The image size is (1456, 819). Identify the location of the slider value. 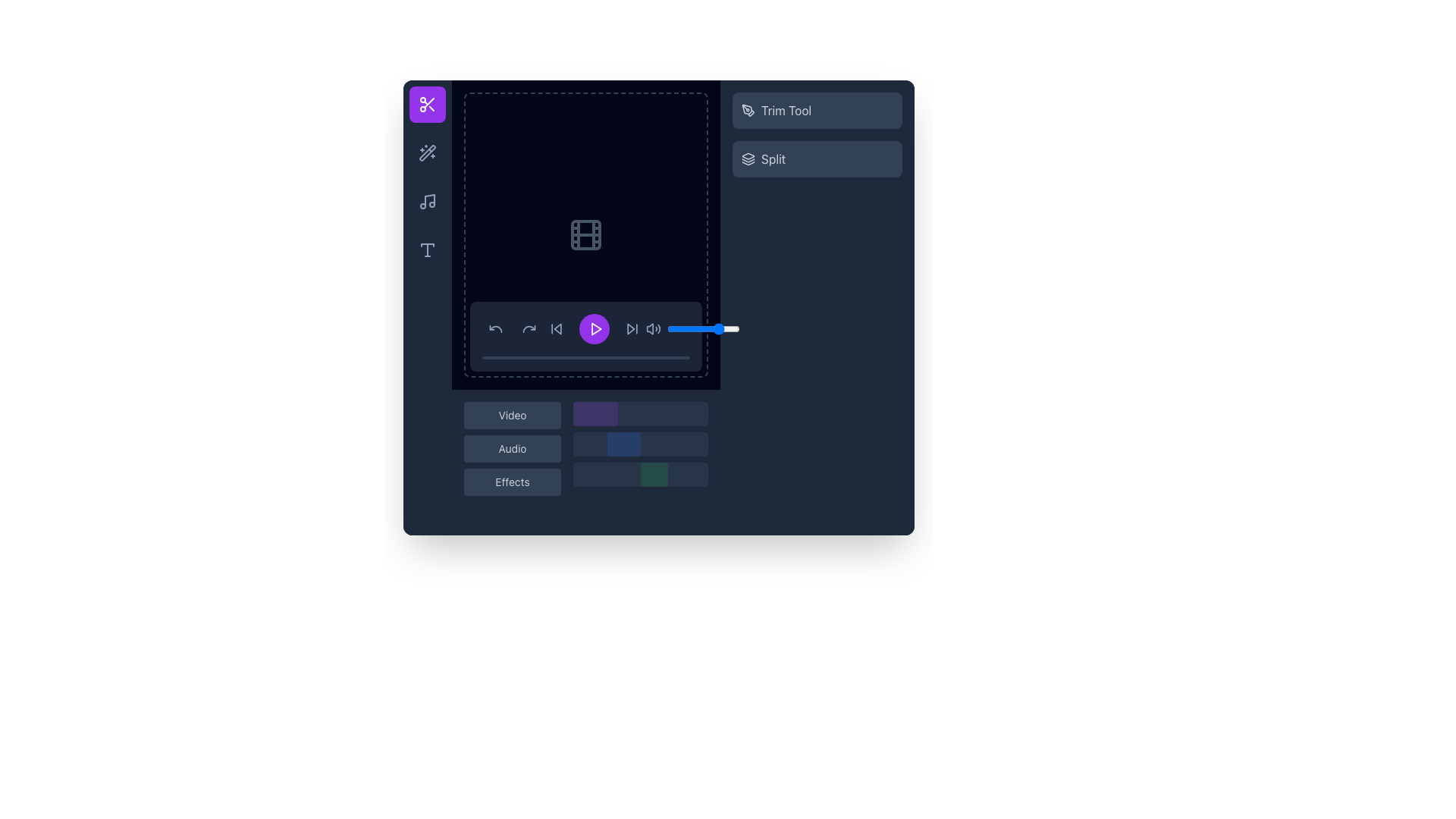
(735, 328).